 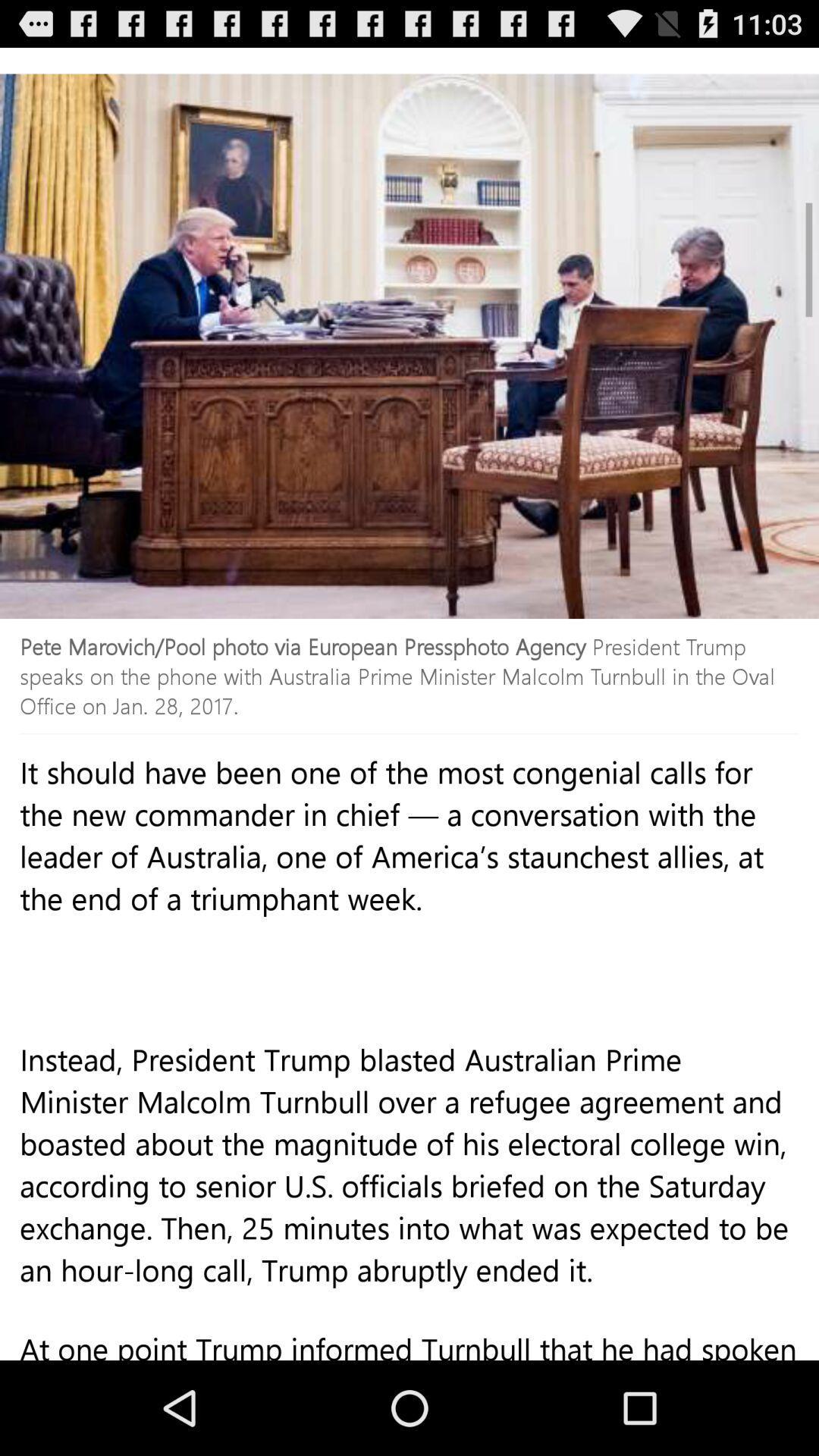 I want to click on item above the at one point icon, so click(x=409, y=1197).